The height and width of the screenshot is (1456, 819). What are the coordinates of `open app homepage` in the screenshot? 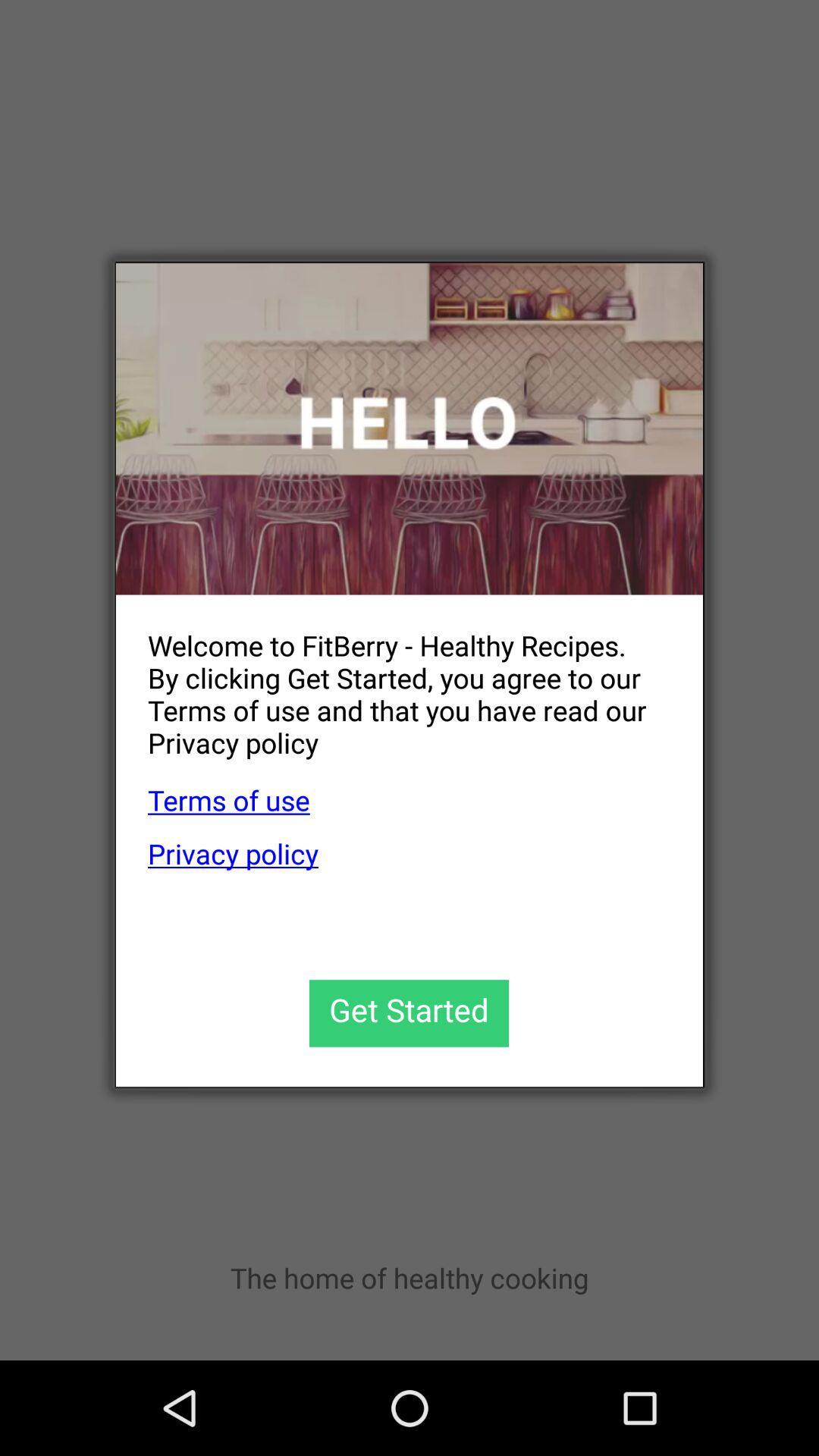 It's located at (409, 428).